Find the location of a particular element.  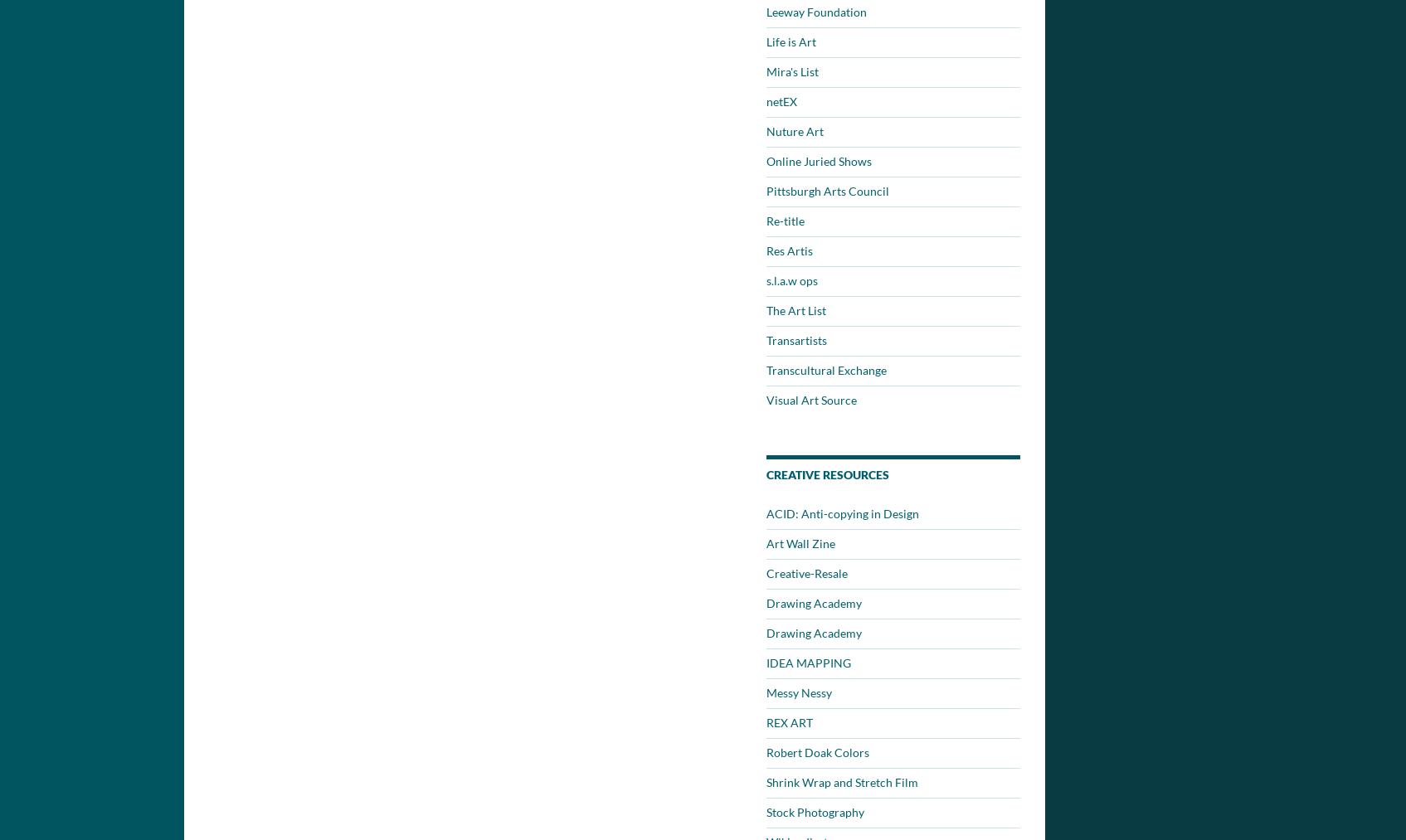

'Online Juried Shows' is located at coordinates (818, 161).